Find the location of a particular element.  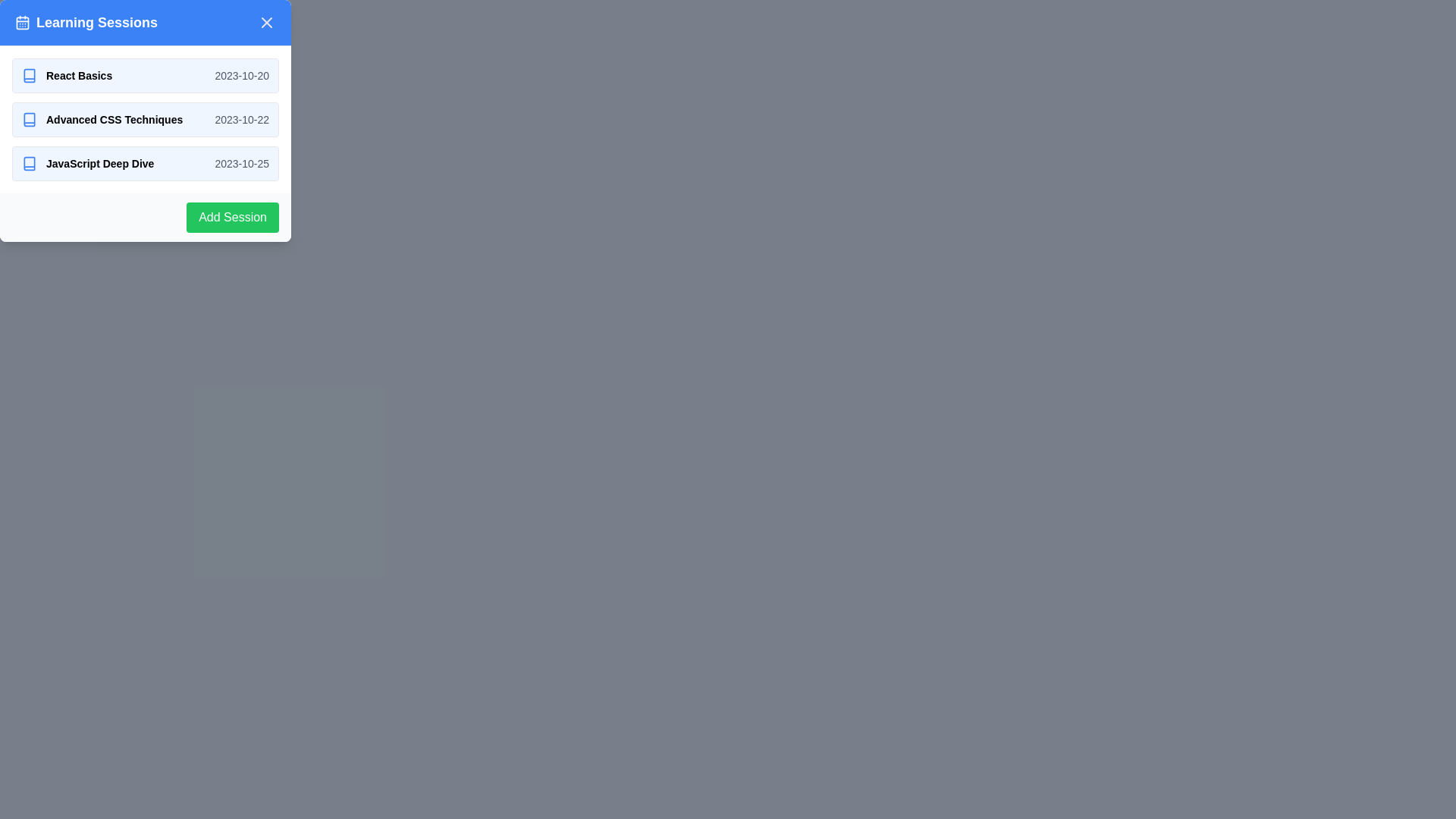

the static text label displaying the scheduled date for the session labeled 'Advanced CSS Techniques', located in the second row of the session list is located at coordinates (241, 119).